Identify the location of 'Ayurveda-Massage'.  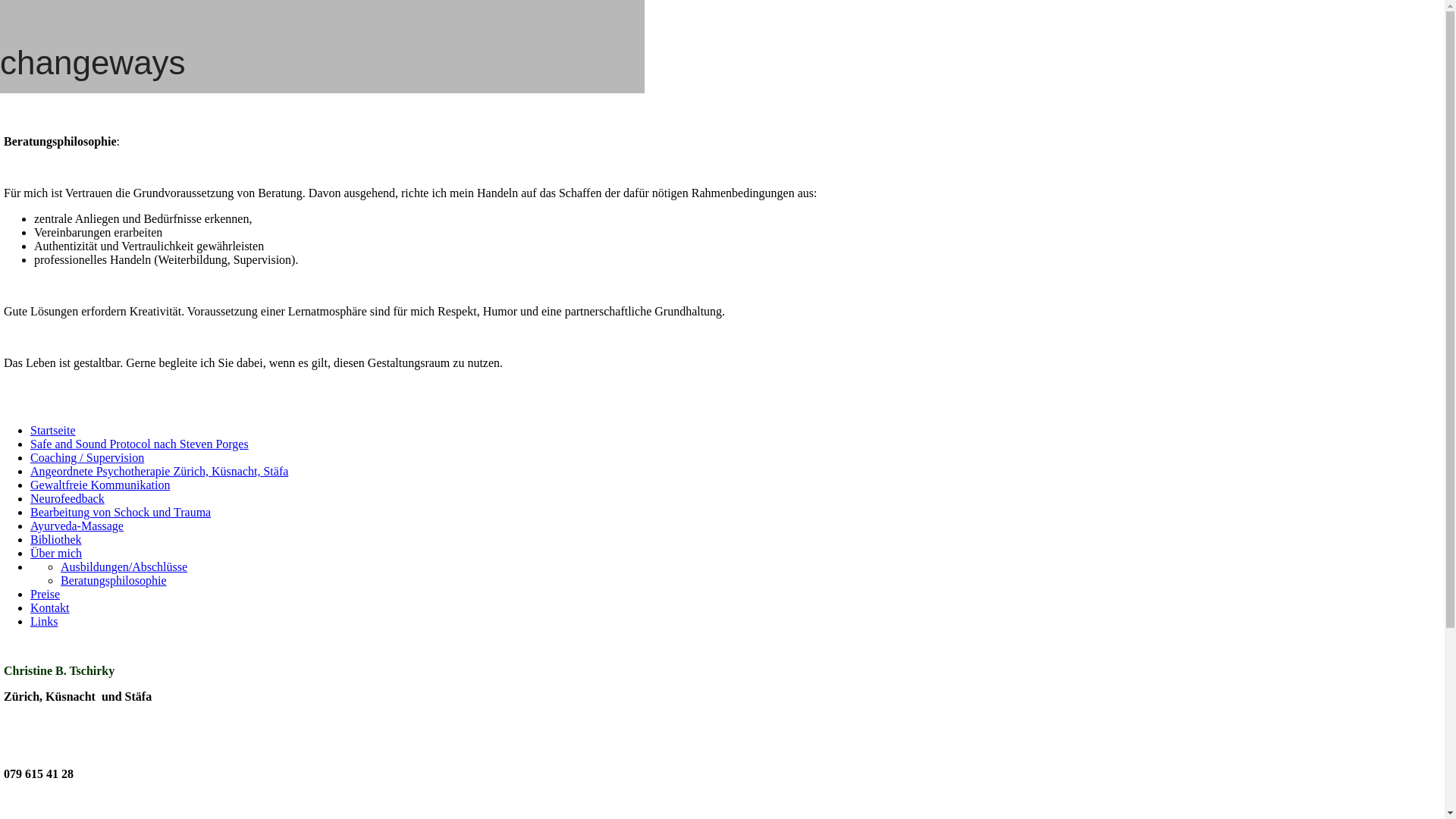
(76, 525).